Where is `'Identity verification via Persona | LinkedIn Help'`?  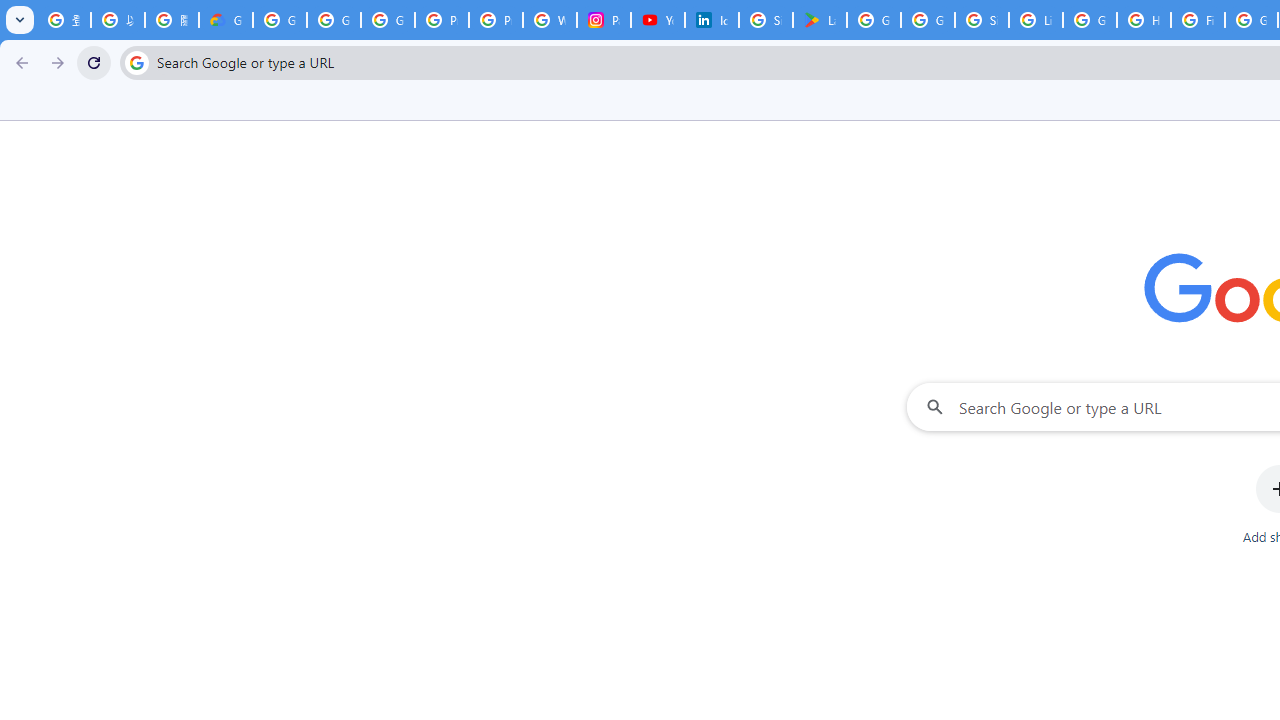 'Identity verification via Persona | LinkedIn Help' is located at coordinates (711, 20).